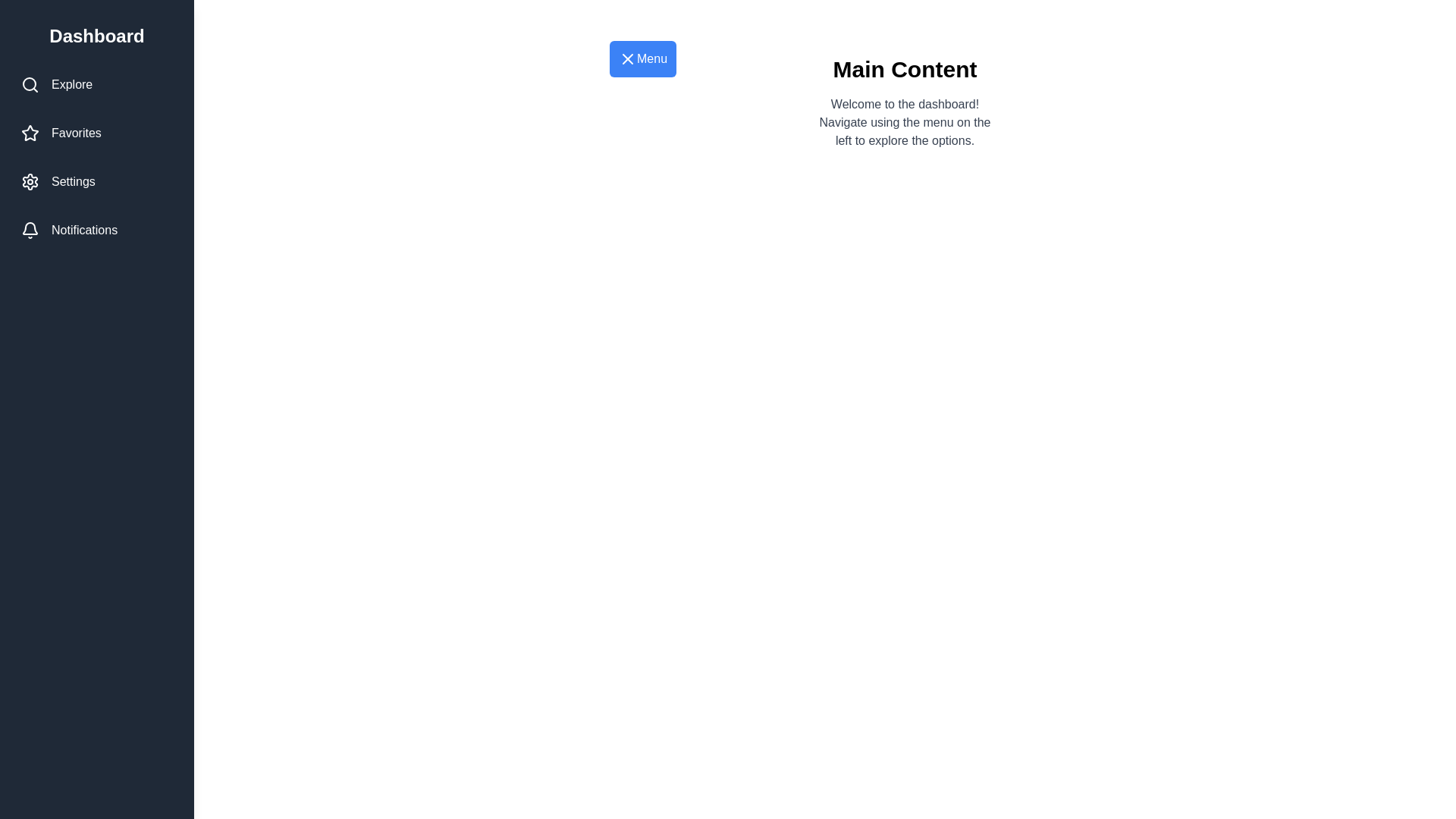  Describe the element at coordinates (72, 180) in the screenshot. I see `the 'Settings' text label, which is styled with a white font on a dark blue background and is the third entry in the vertical menu under 'Dashboard'` at that location.